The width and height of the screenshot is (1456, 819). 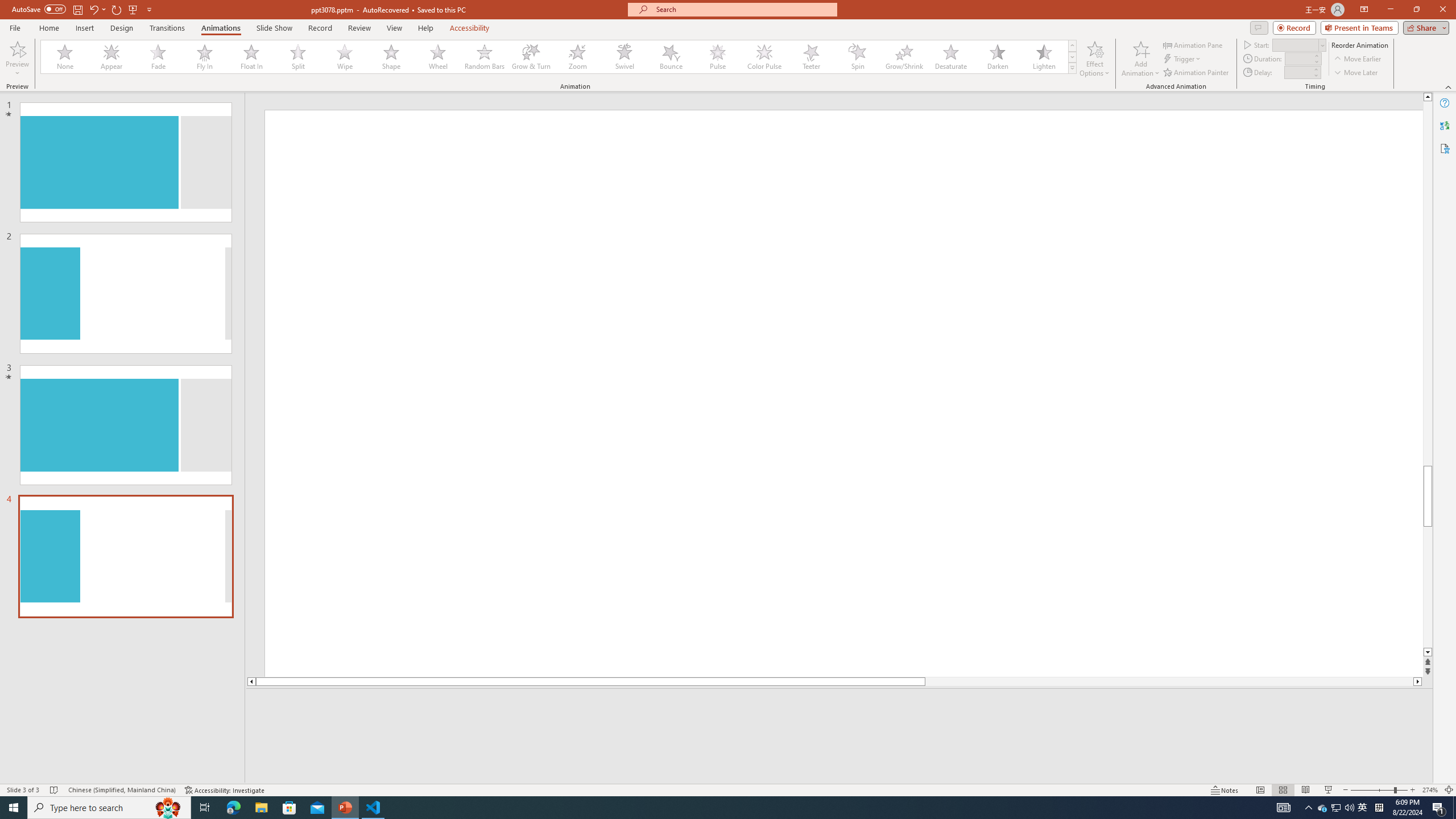 I want to click on 'Zoom 274%', so click(x=1430, y=790).